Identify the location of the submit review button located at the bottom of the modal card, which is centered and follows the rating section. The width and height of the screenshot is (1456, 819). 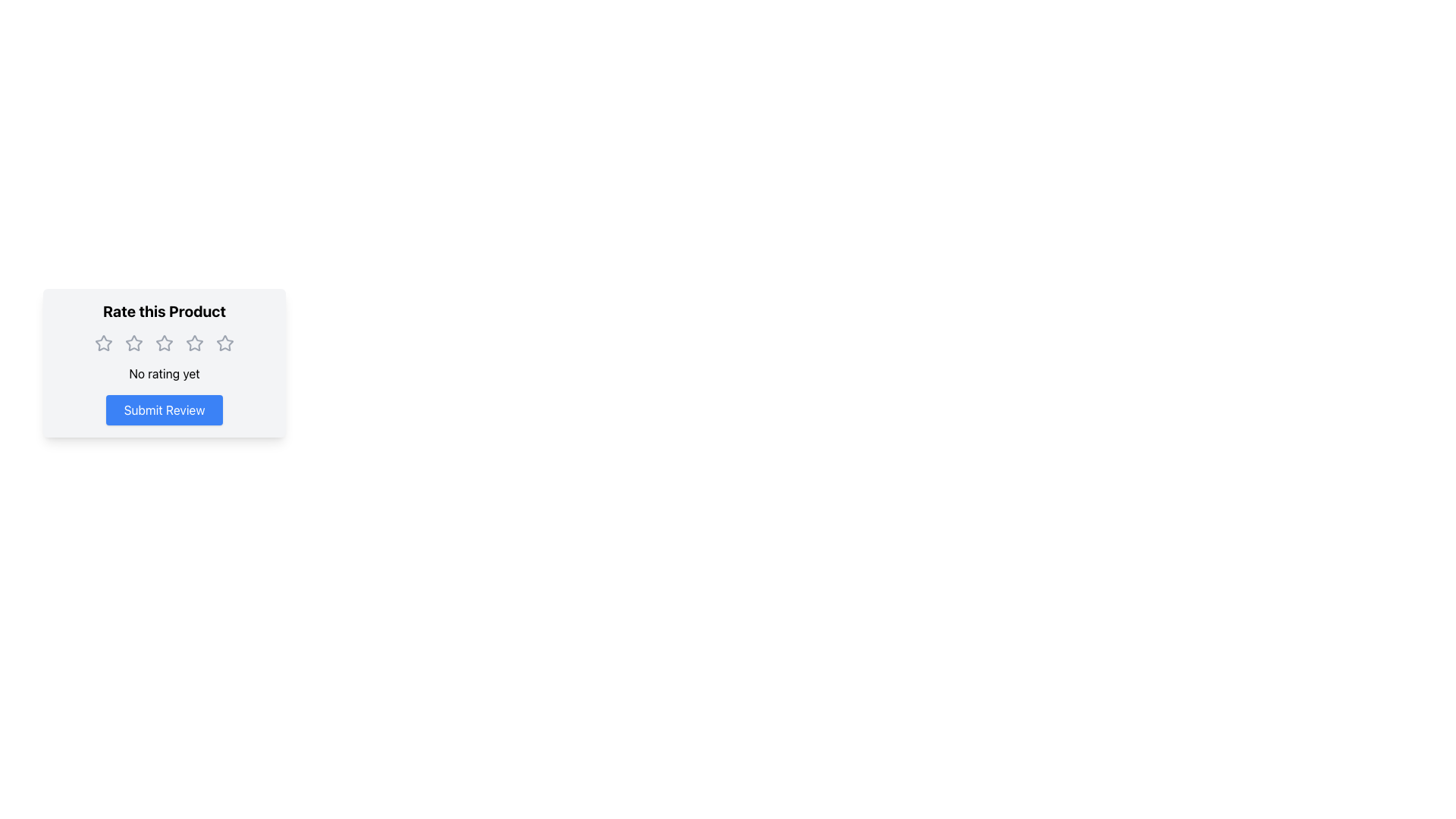
(164, 409).